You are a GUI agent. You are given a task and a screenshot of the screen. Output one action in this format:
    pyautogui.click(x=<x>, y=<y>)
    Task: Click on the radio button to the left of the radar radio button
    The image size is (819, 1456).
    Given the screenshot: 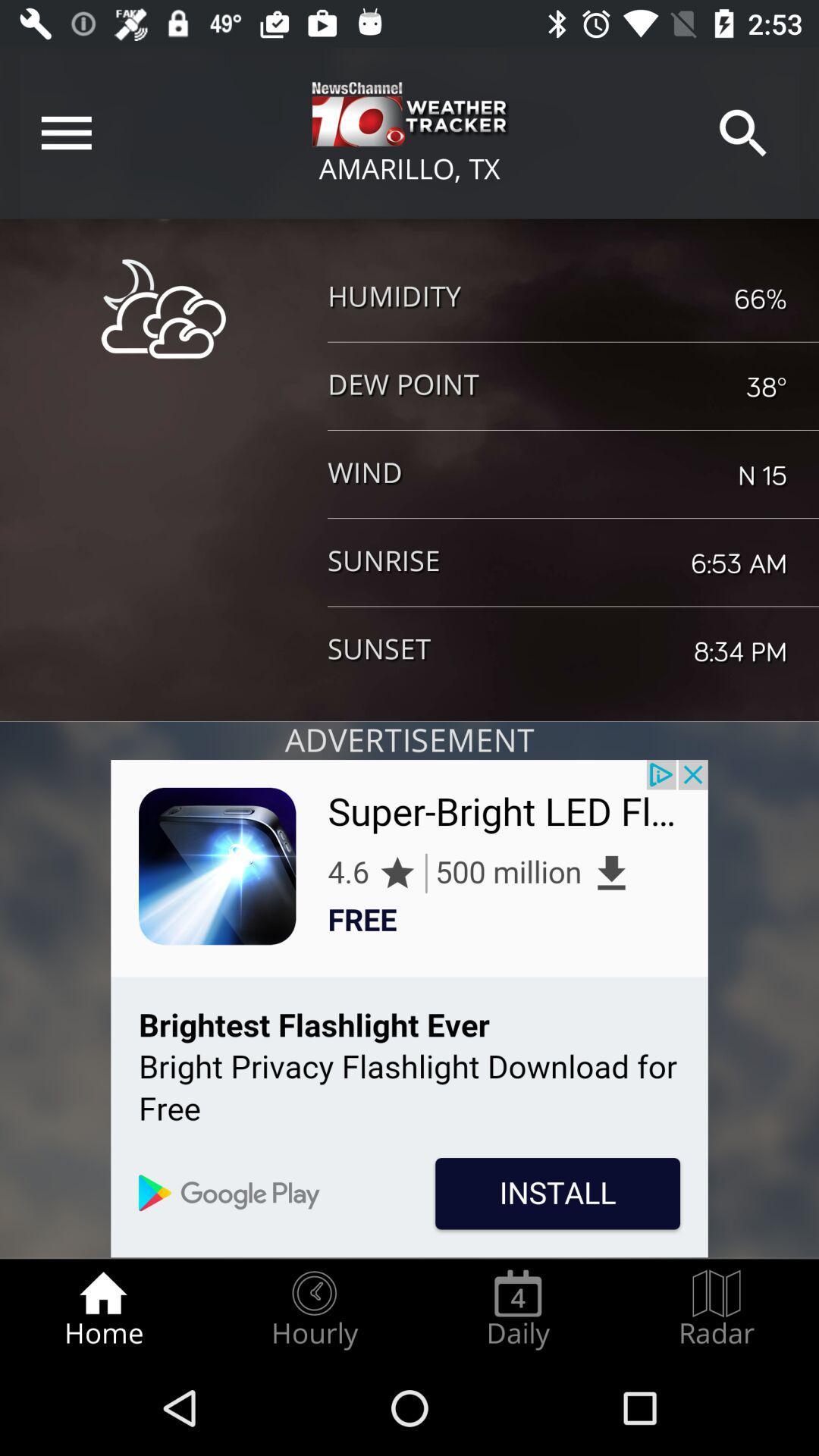 What is the action you would take?
    pyautogui.click(x=517, y=1309)
    